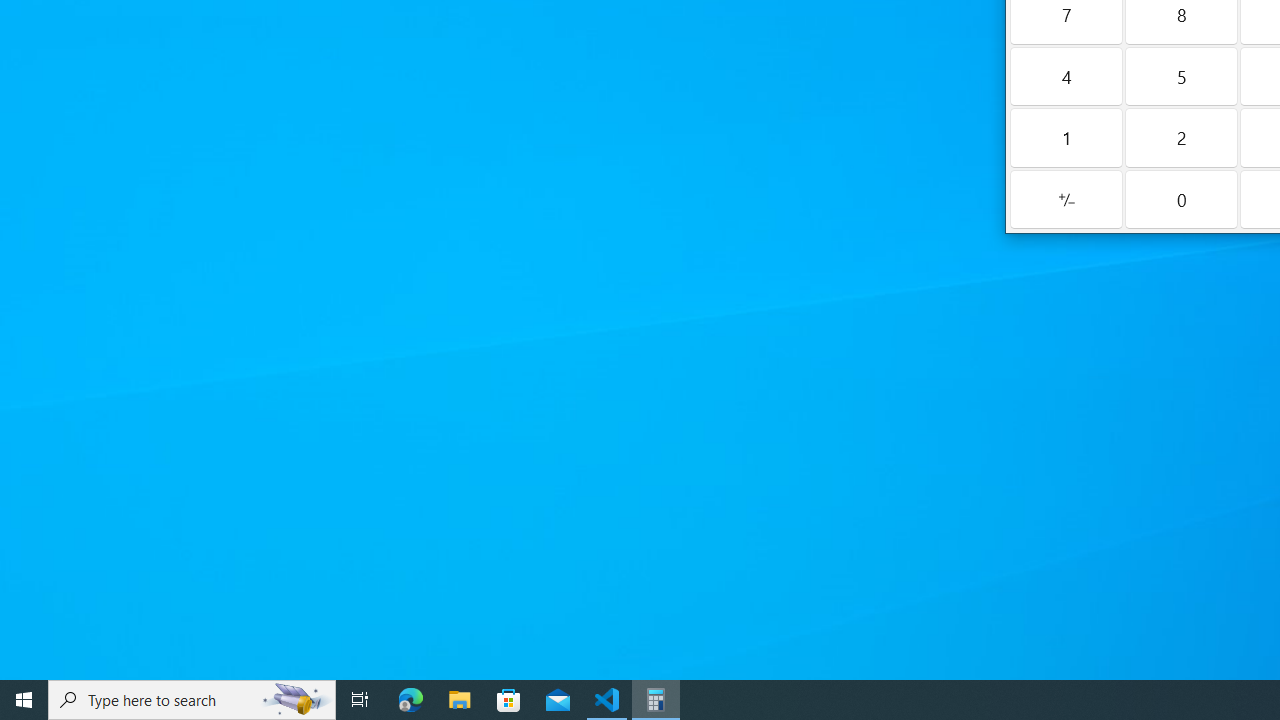 The width and height of the screenshot is (1280, 720). Describe the element at coordinates (509, 698) in the screenshot. I see `'Microsoft Store'` at that location.